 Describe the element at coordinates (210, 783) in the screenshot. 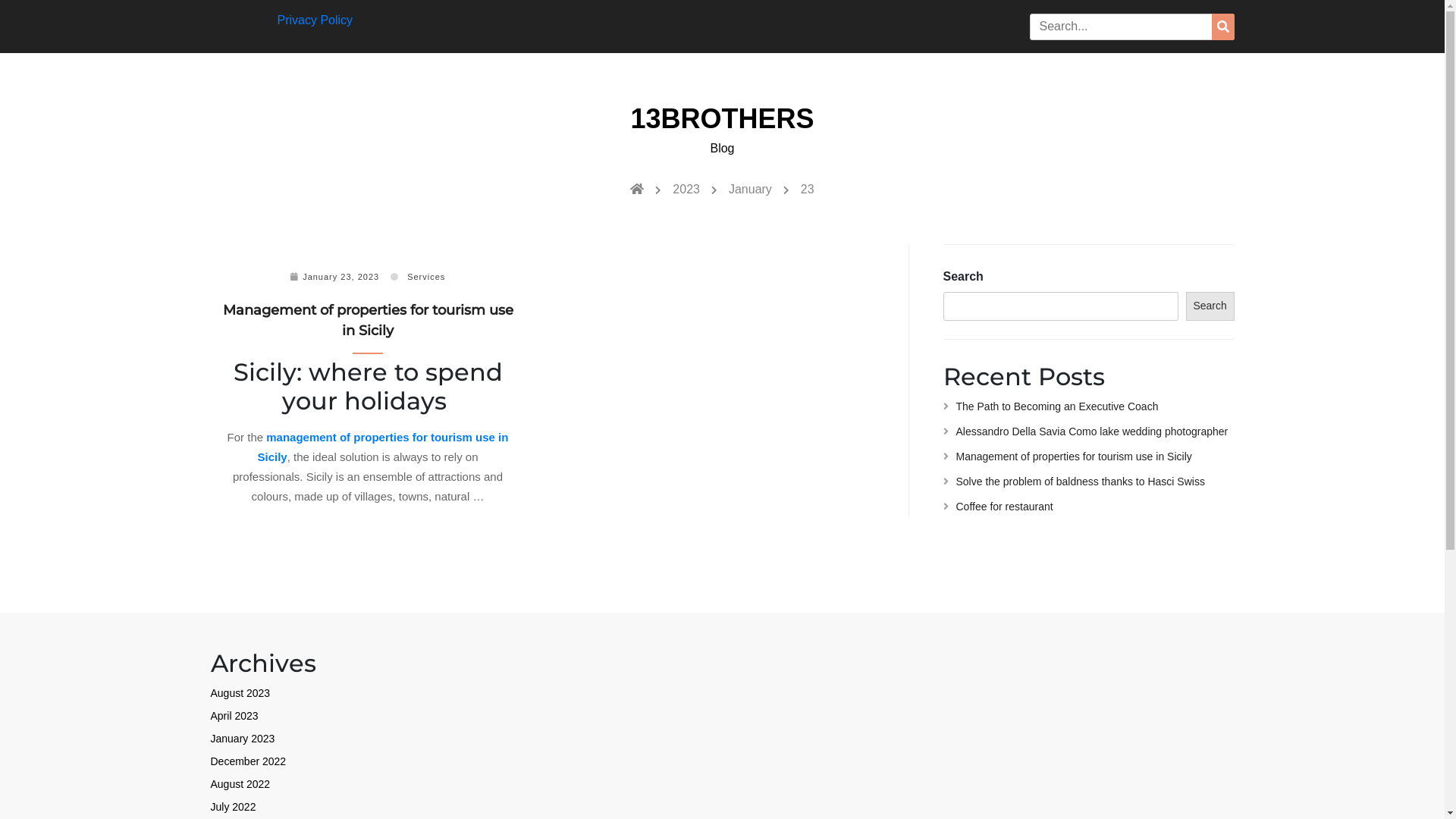

I see `'August 2022'` at that location.